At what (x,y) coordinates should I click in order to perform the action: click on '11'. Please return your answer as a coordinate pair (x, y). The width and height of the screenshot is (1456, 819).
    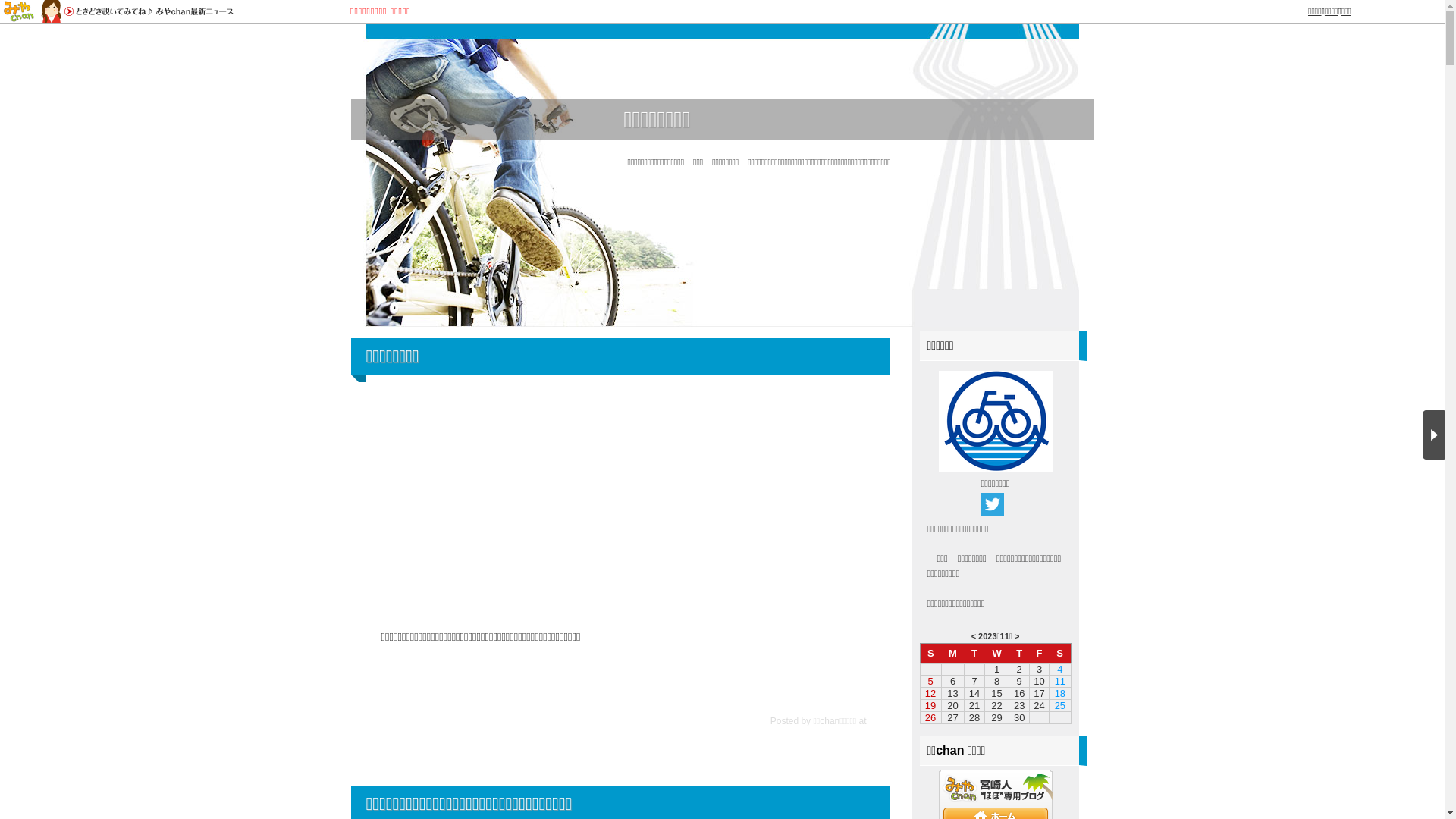
    Looking at the image, I should click on (1000, 636).